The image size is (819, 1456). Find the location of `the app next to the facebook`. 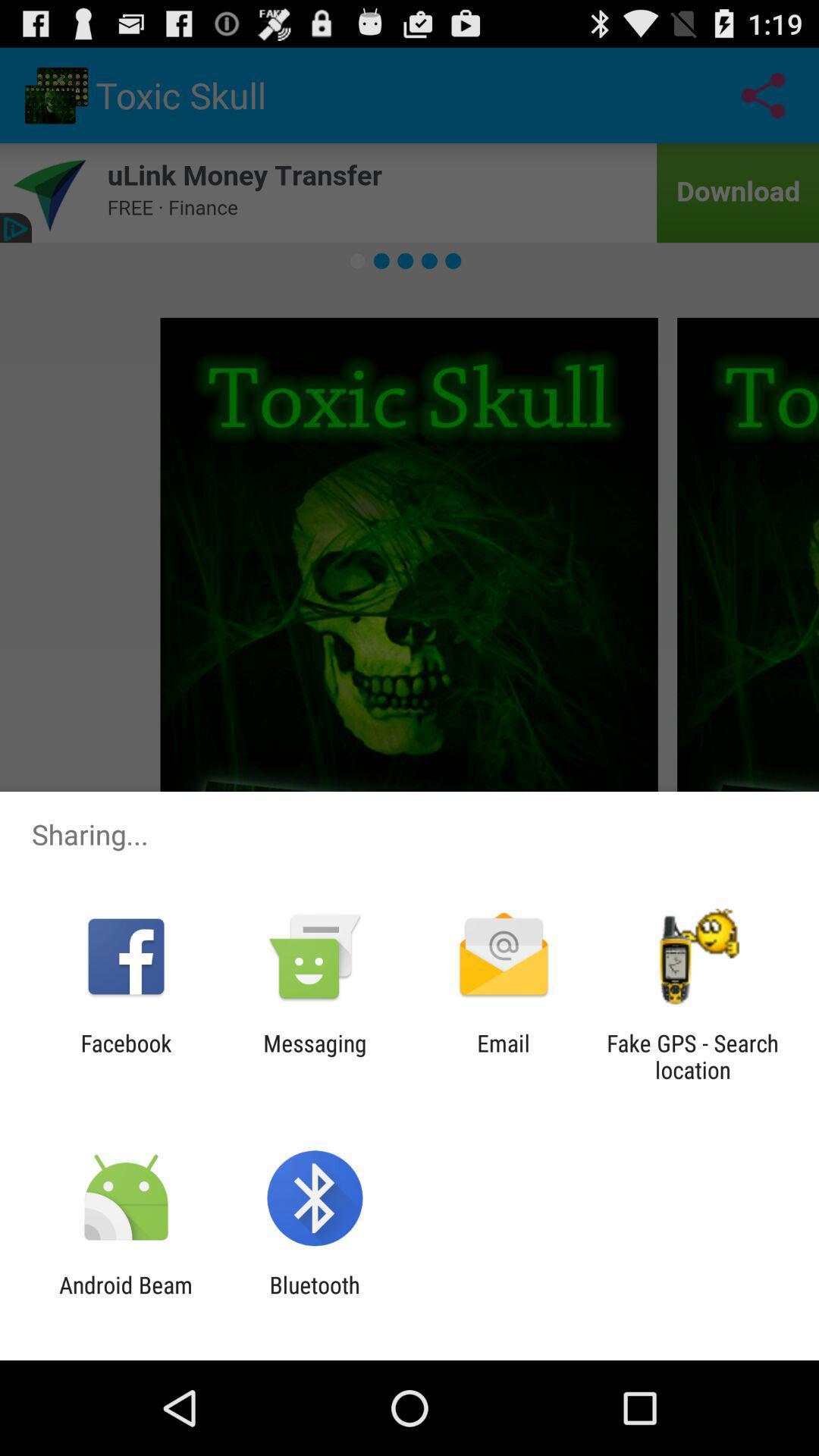

the app next to the facebook is located at coordinates (314, 1056).